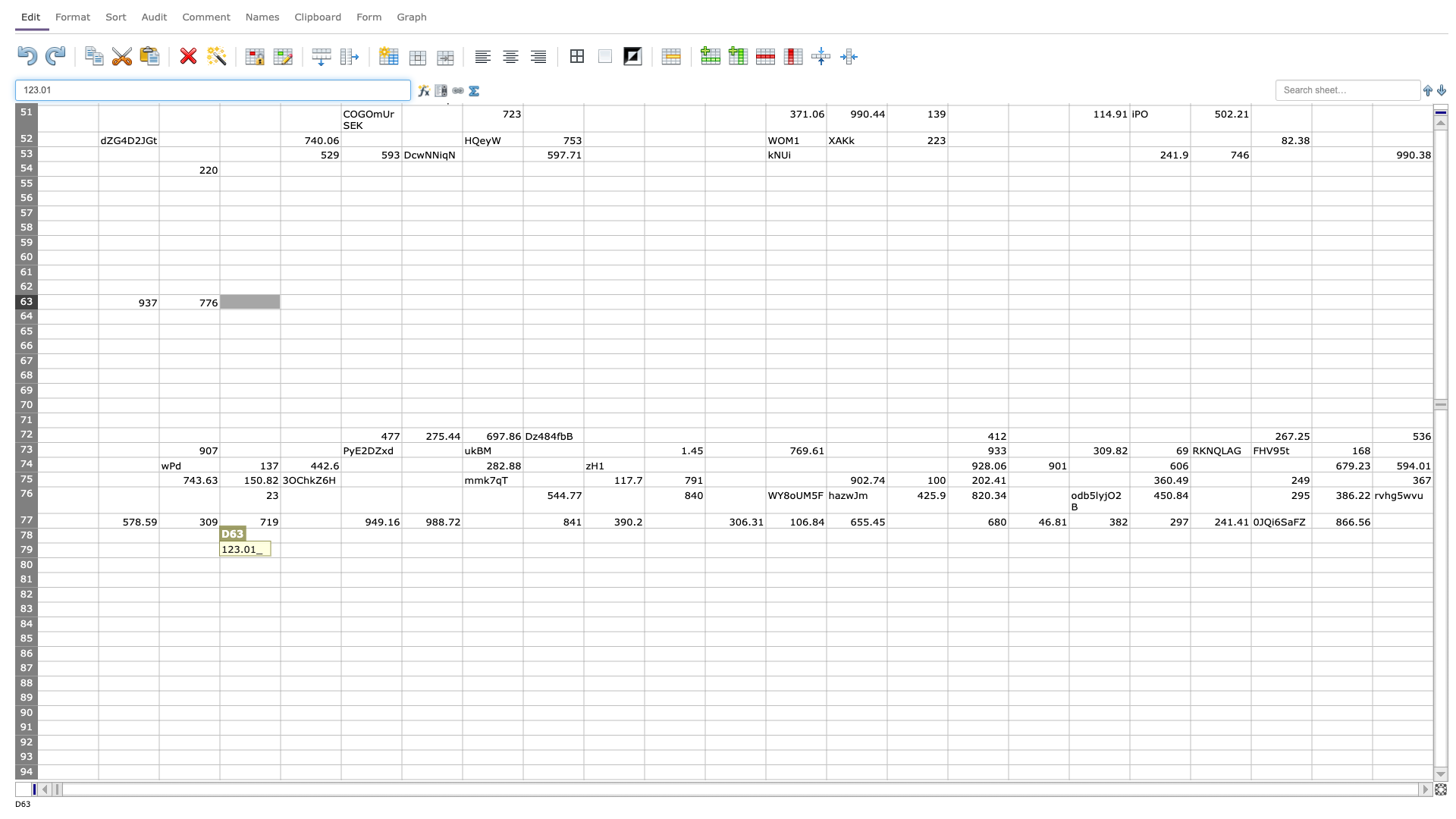 The width and height of the screenshot is (1456, 819). Describe the element at coordinates (280, 542) in the screenshot. I see `top left corner of cell E79` at that location.